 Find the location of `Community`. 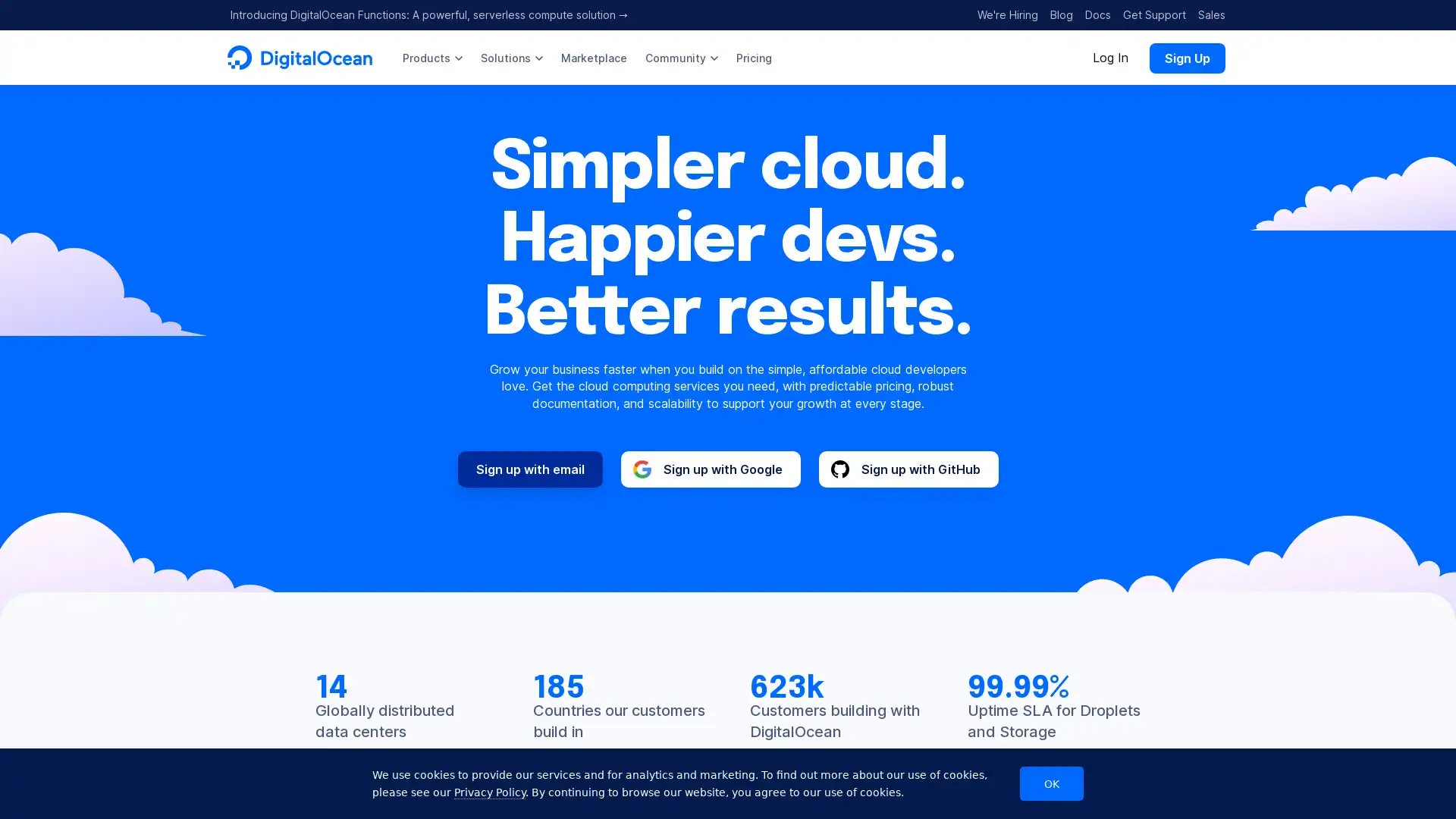

Community is located at coordinates (680, 57).